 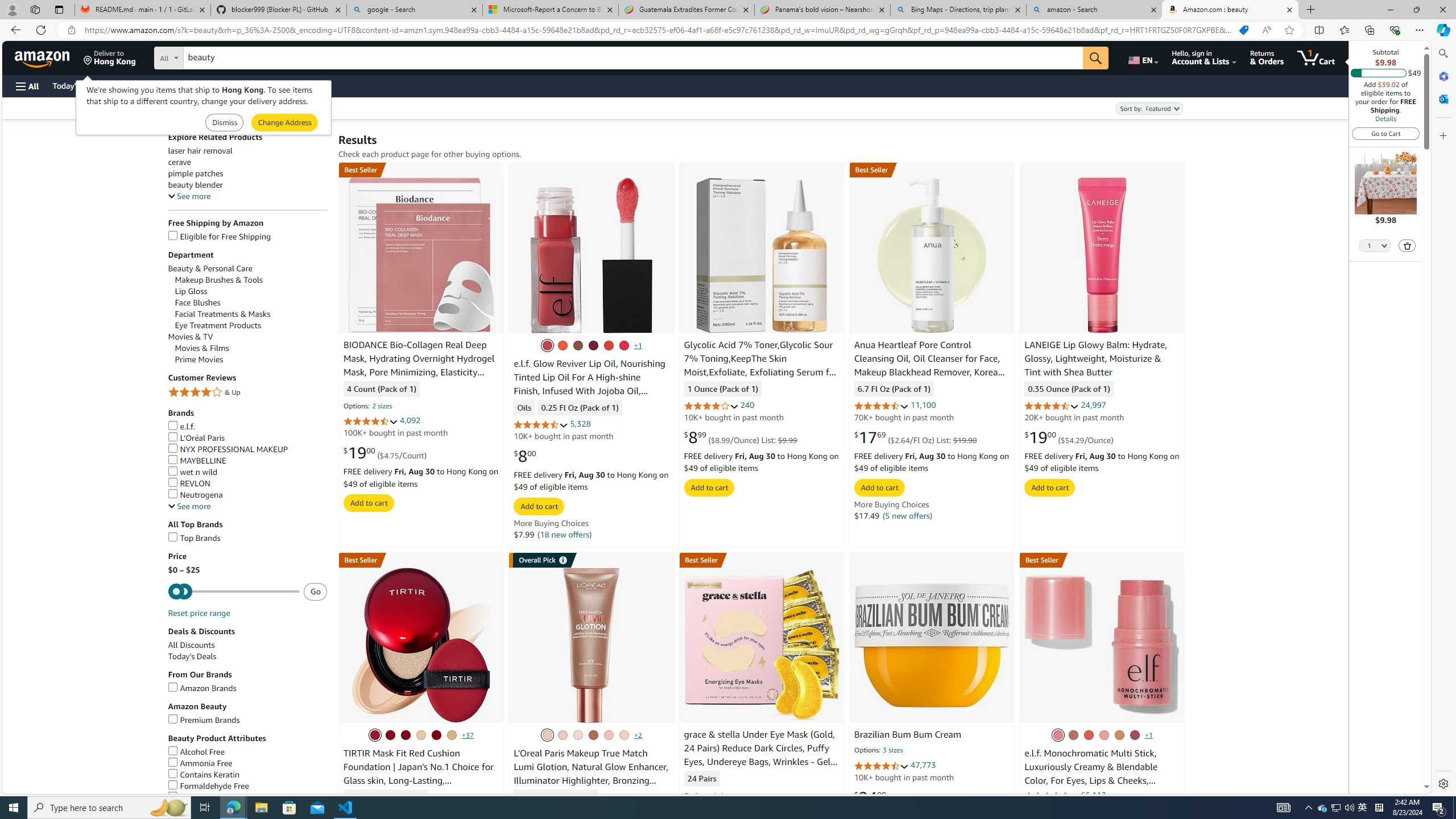 What do you see at coordinates (227, 449) in the screenshot?
I see `'NYX PROFESSIONAL MAKEUP'` at bounding box center [227, 449].